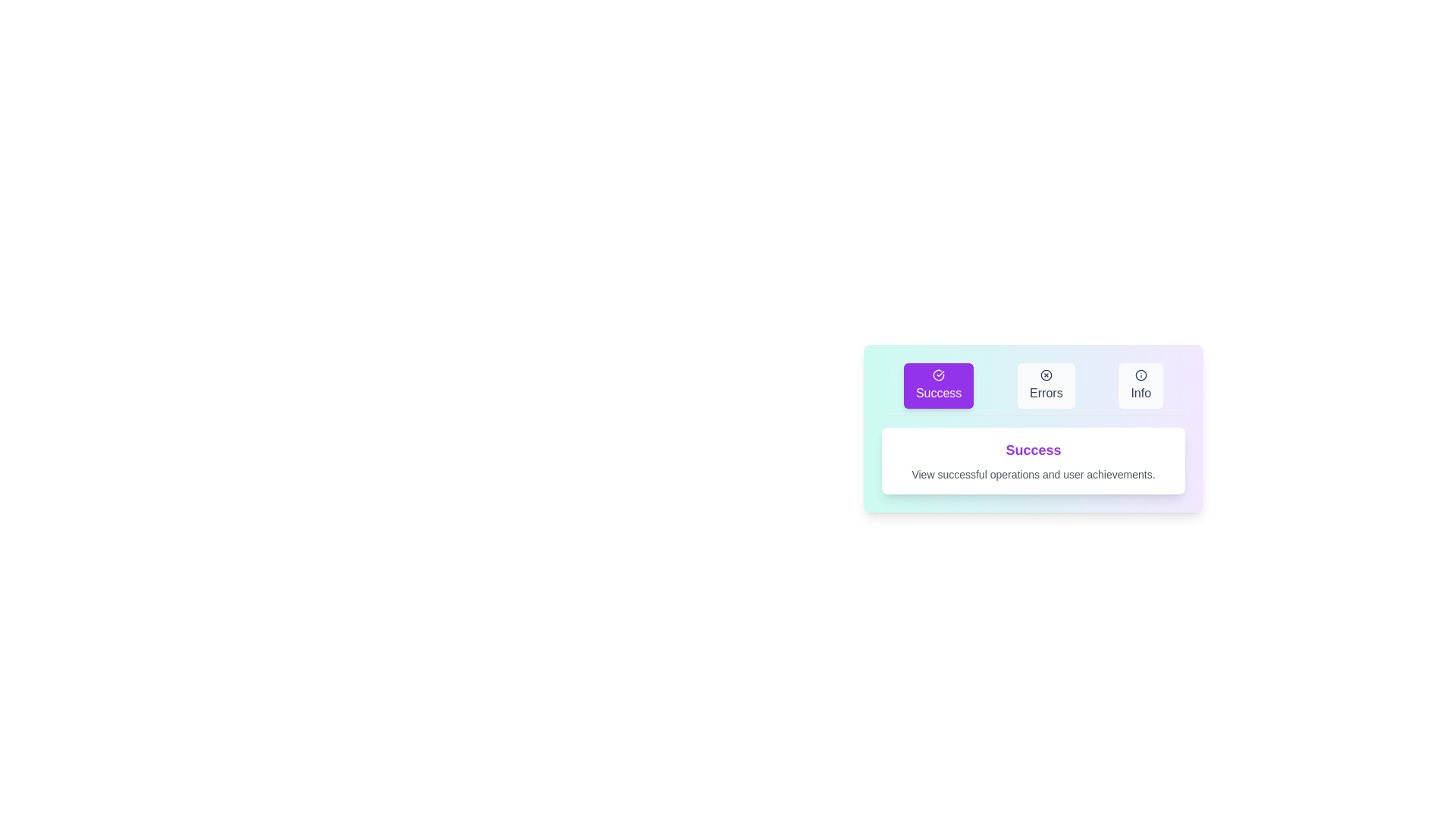  What do you see at coordinates (938, 385) in the screenshot?
I see `the Success tab` at bounding box center [938, 385].